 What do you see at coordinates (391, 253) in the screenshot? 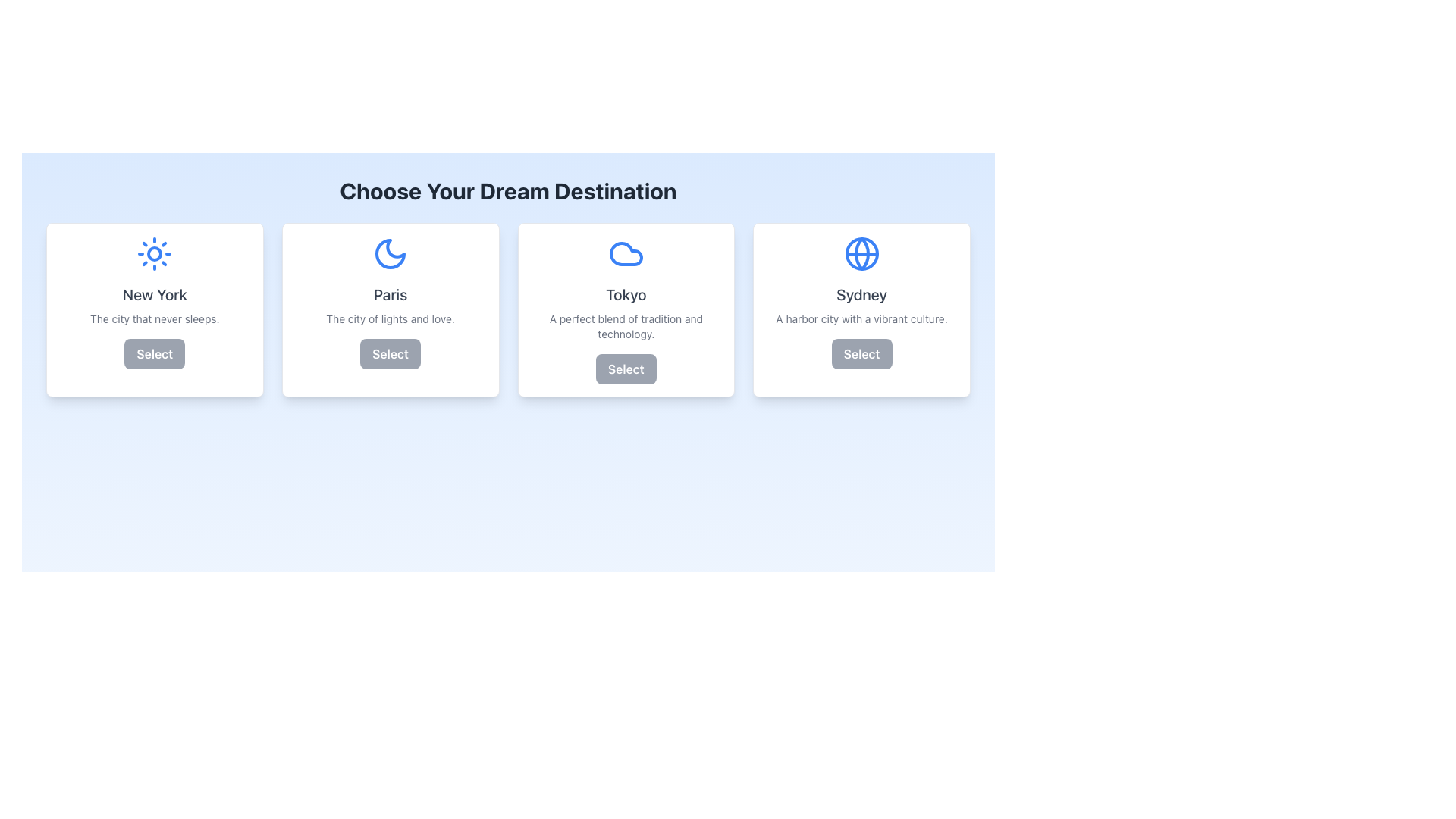
I see `the crescent moon icon with a smooth blue fill located on the second card labeled 'Paris' in a grid layout` at bounding box center [391, 253].